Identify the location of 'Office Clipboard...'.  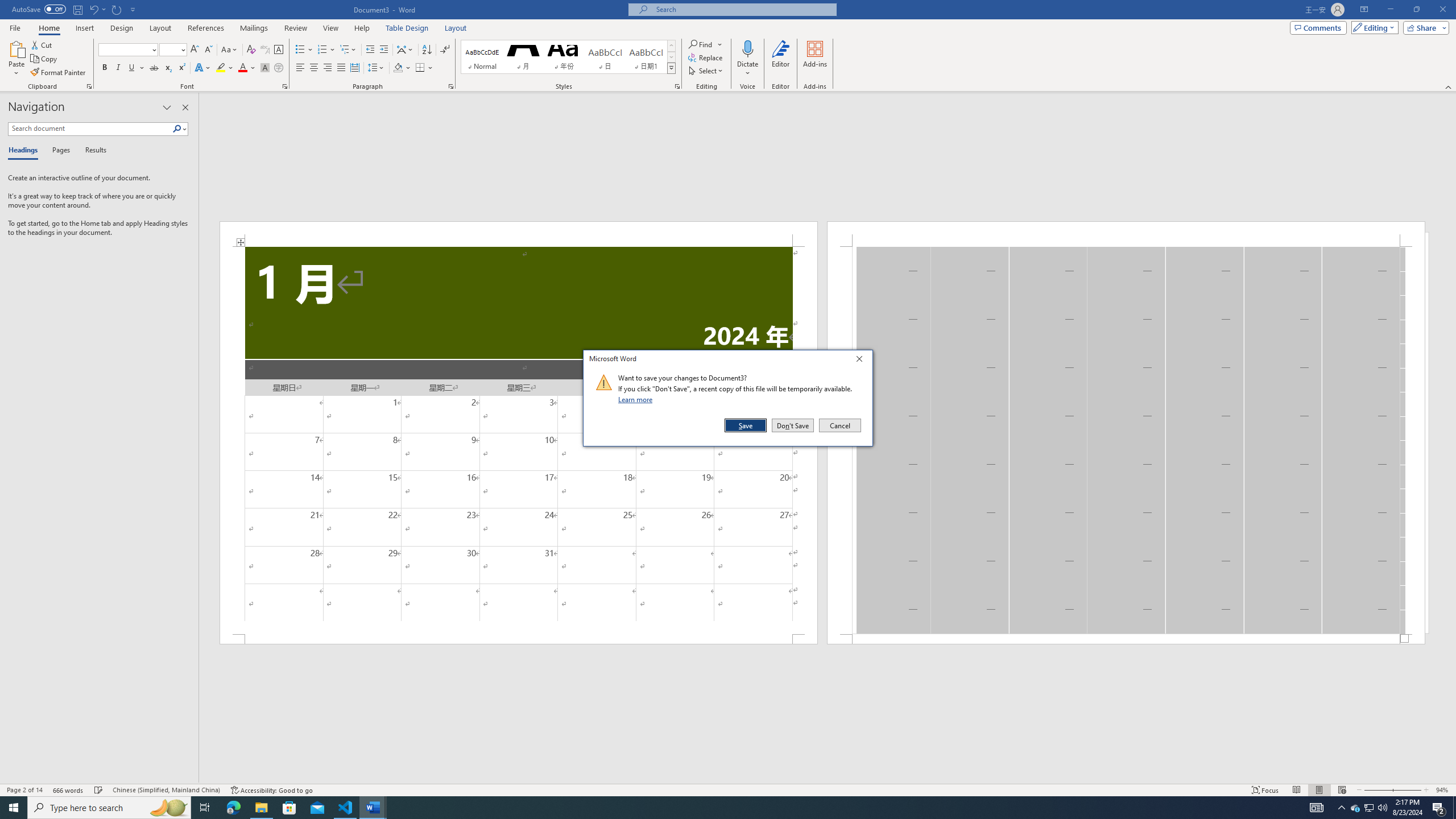
(88, 85).